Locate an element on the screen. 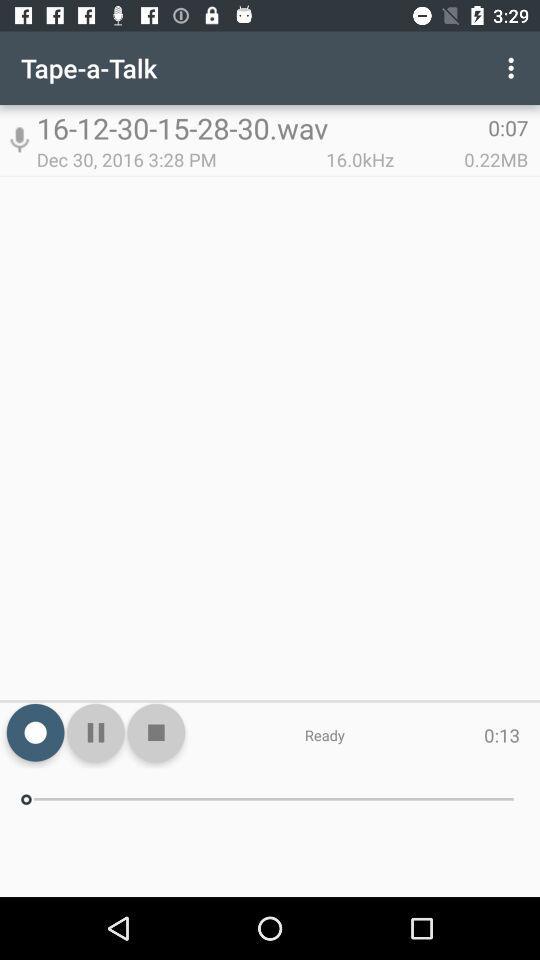 This screenshot has height=960, width=540. item to the left of 16 12 30 is located at coordinates (18, 139).